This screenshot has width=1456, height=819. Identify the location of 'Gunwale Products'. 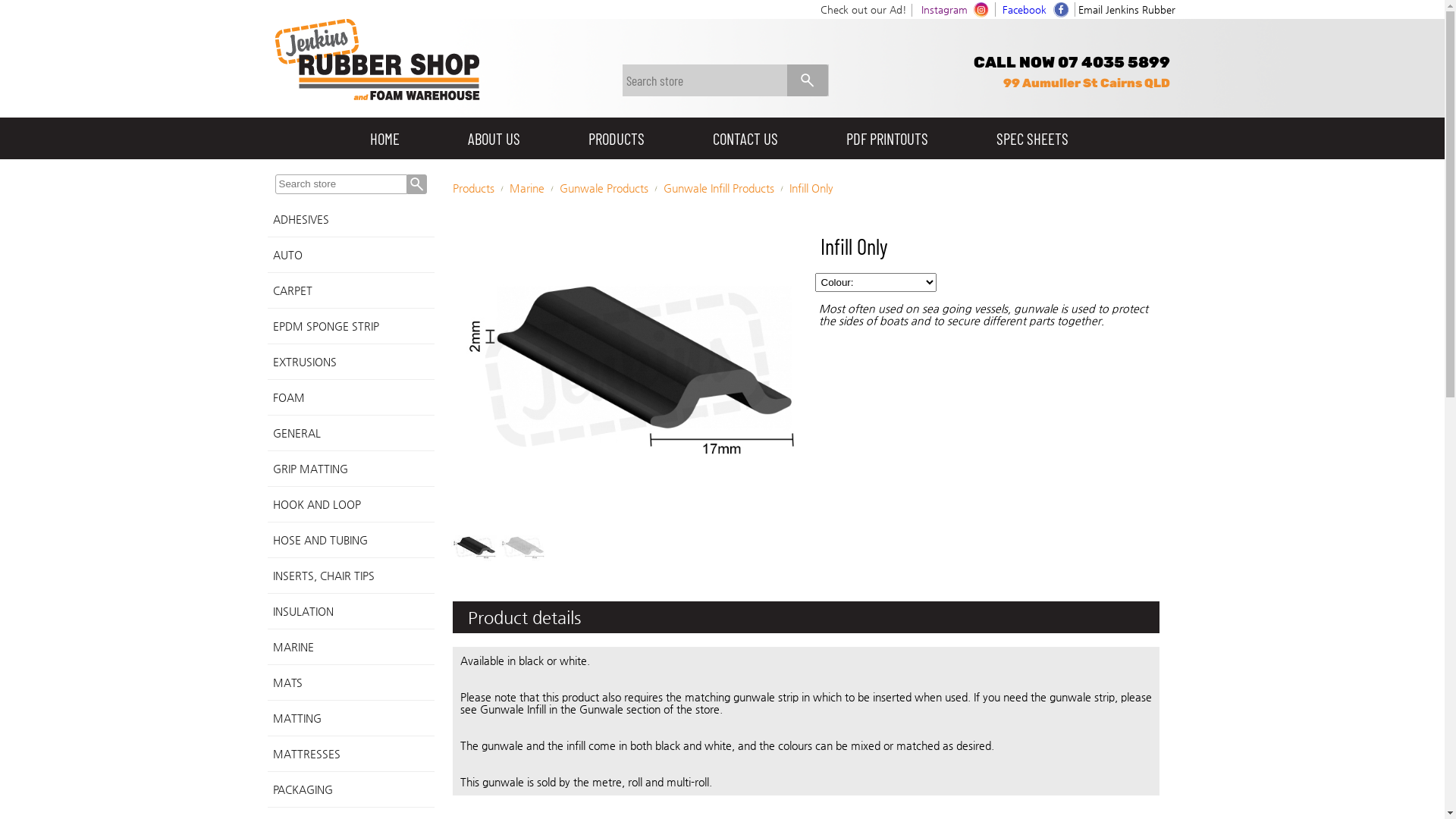
(603, 187).